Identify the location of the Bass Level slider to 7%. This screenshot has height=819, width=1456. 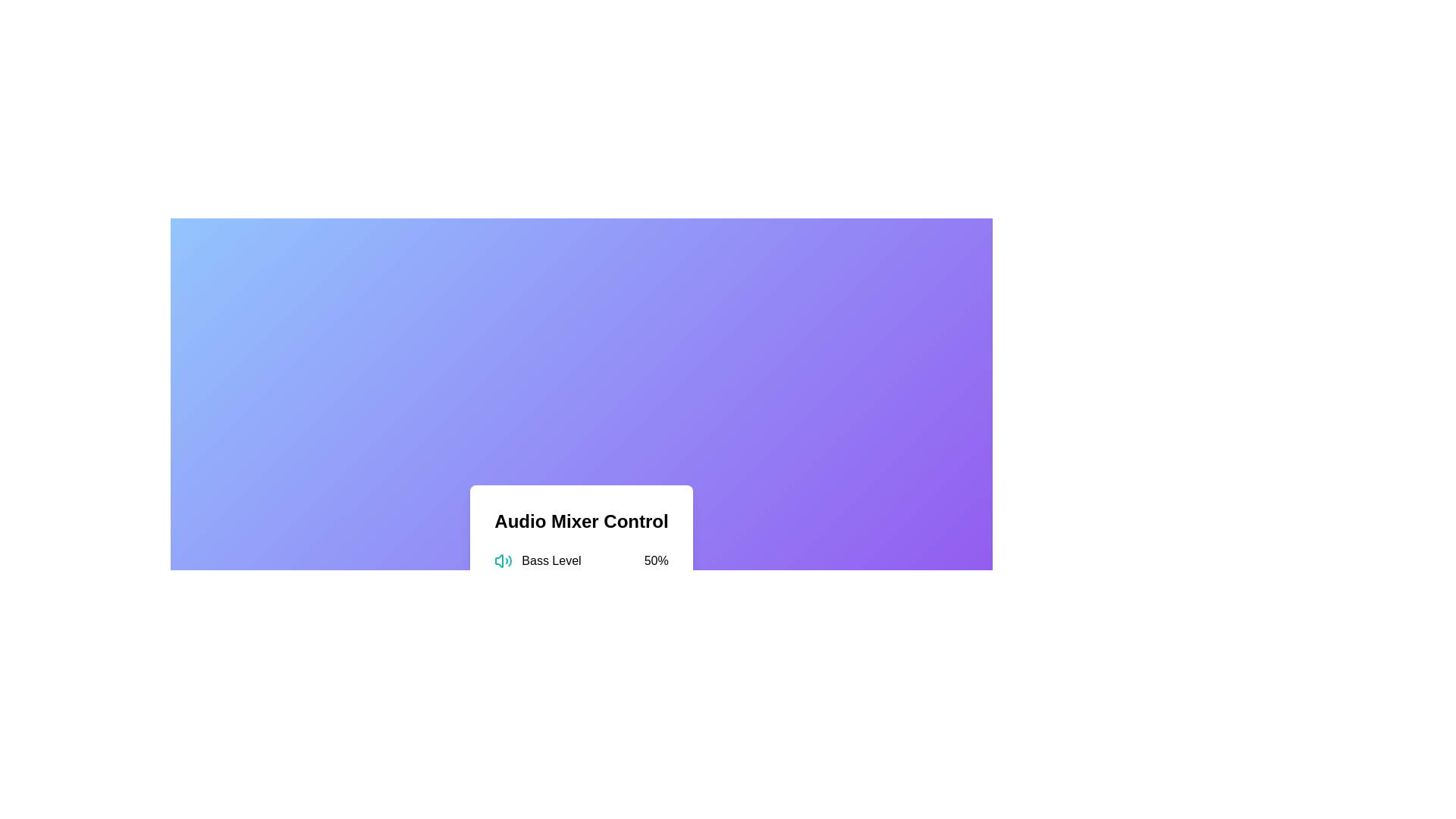
(506, 579).